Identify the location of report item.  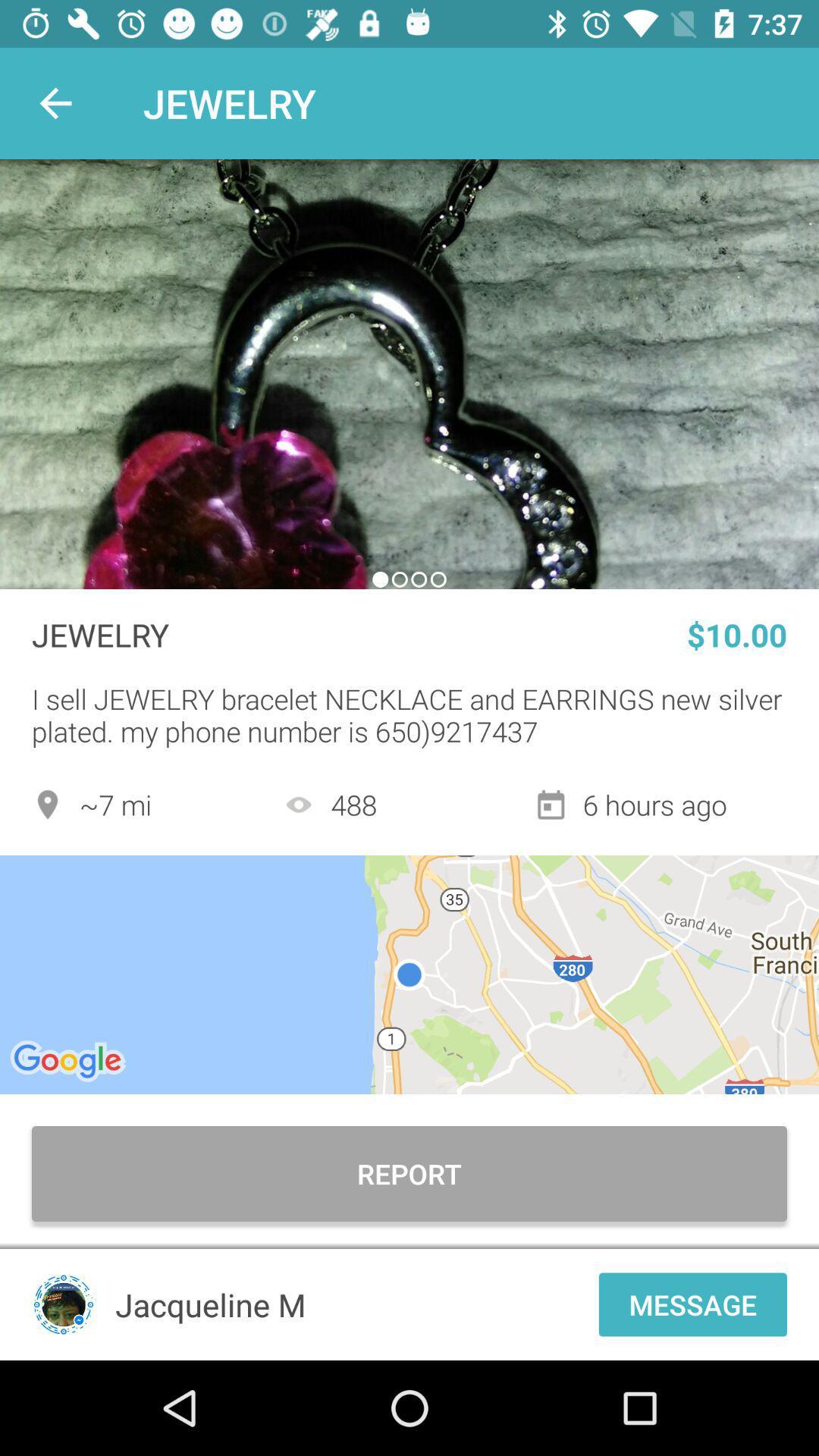
(409, 1173).